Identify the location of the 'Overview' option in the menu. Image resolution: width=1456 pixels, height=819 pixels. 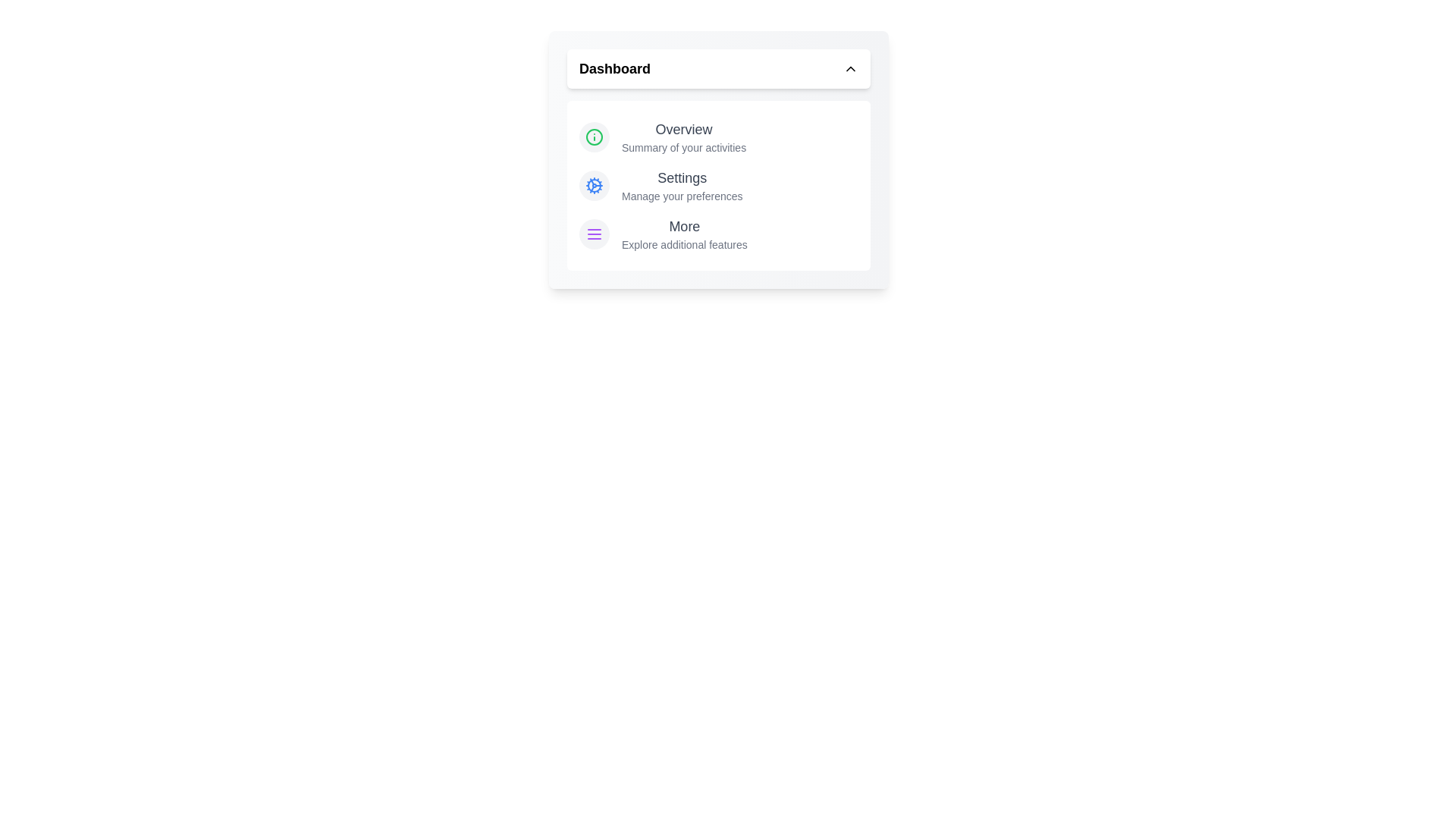
(683, 128).